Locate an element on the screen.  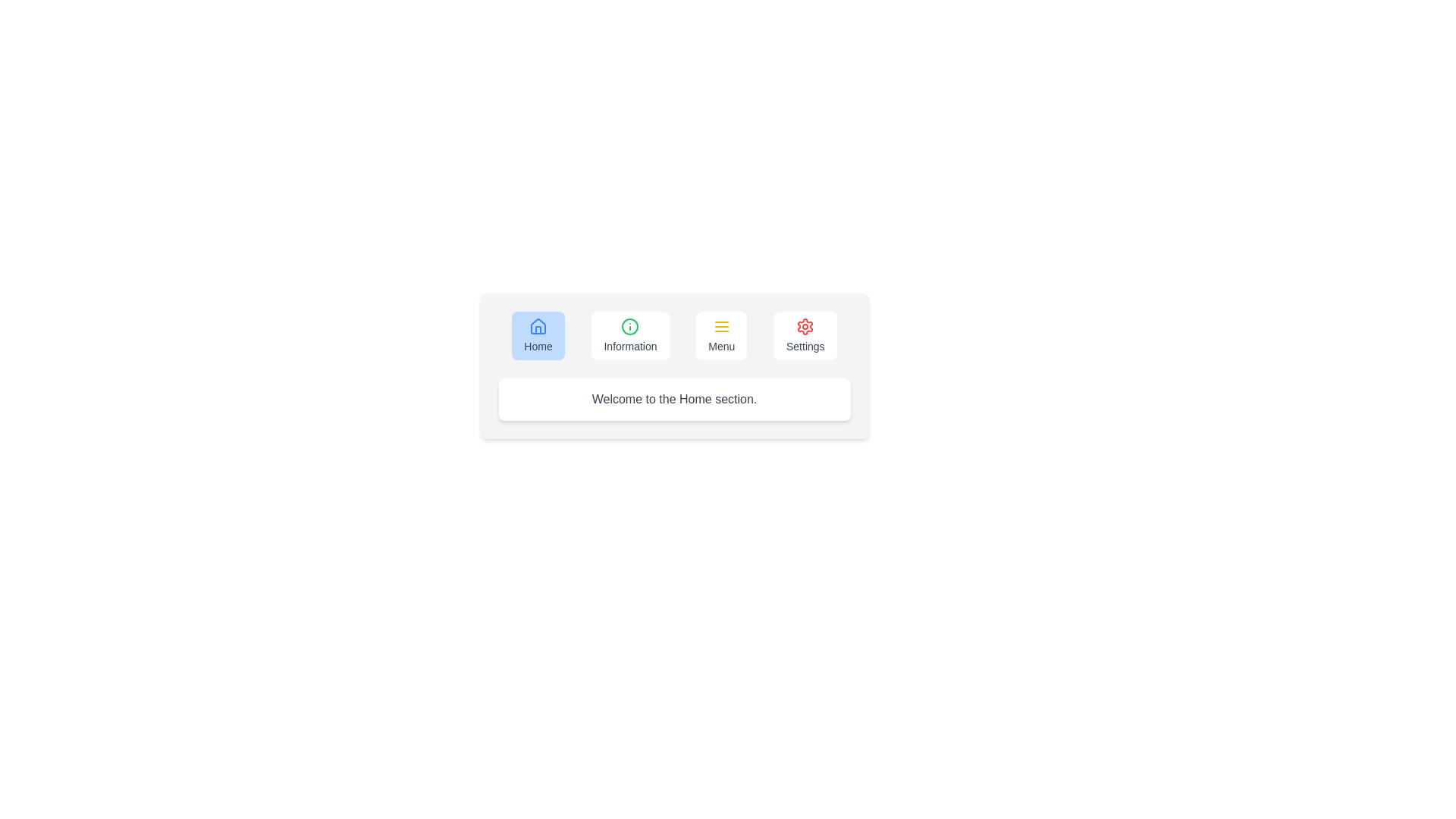
the Settings button containing the red gear icon is located at coordinates (805, 326).